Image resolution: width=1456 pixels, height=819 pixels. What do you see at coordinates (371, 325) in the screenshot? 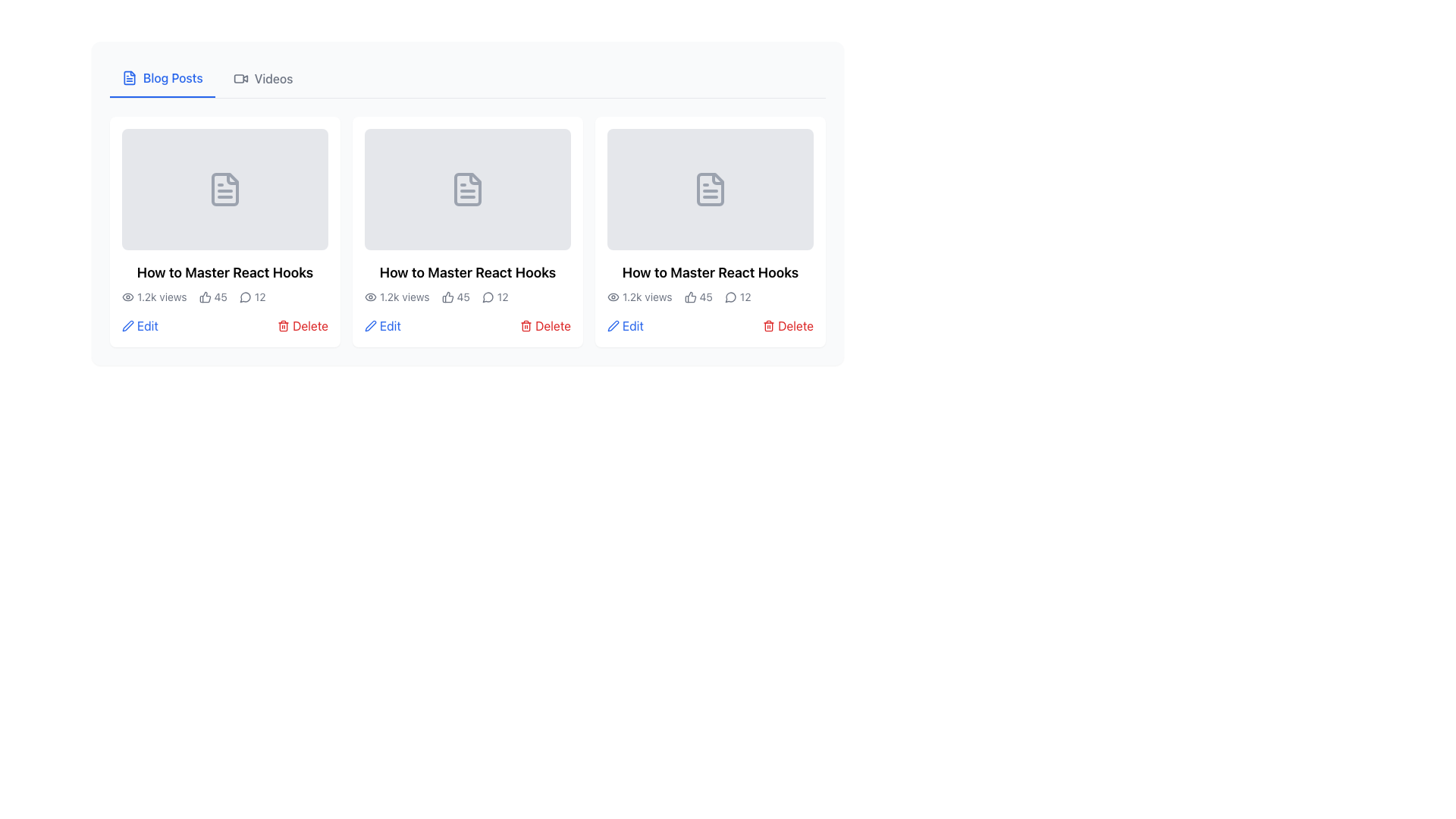
I see `the edit tool icon, which is a pen icon located within the action links under the second blog post card` at bounding box center [371, 325].